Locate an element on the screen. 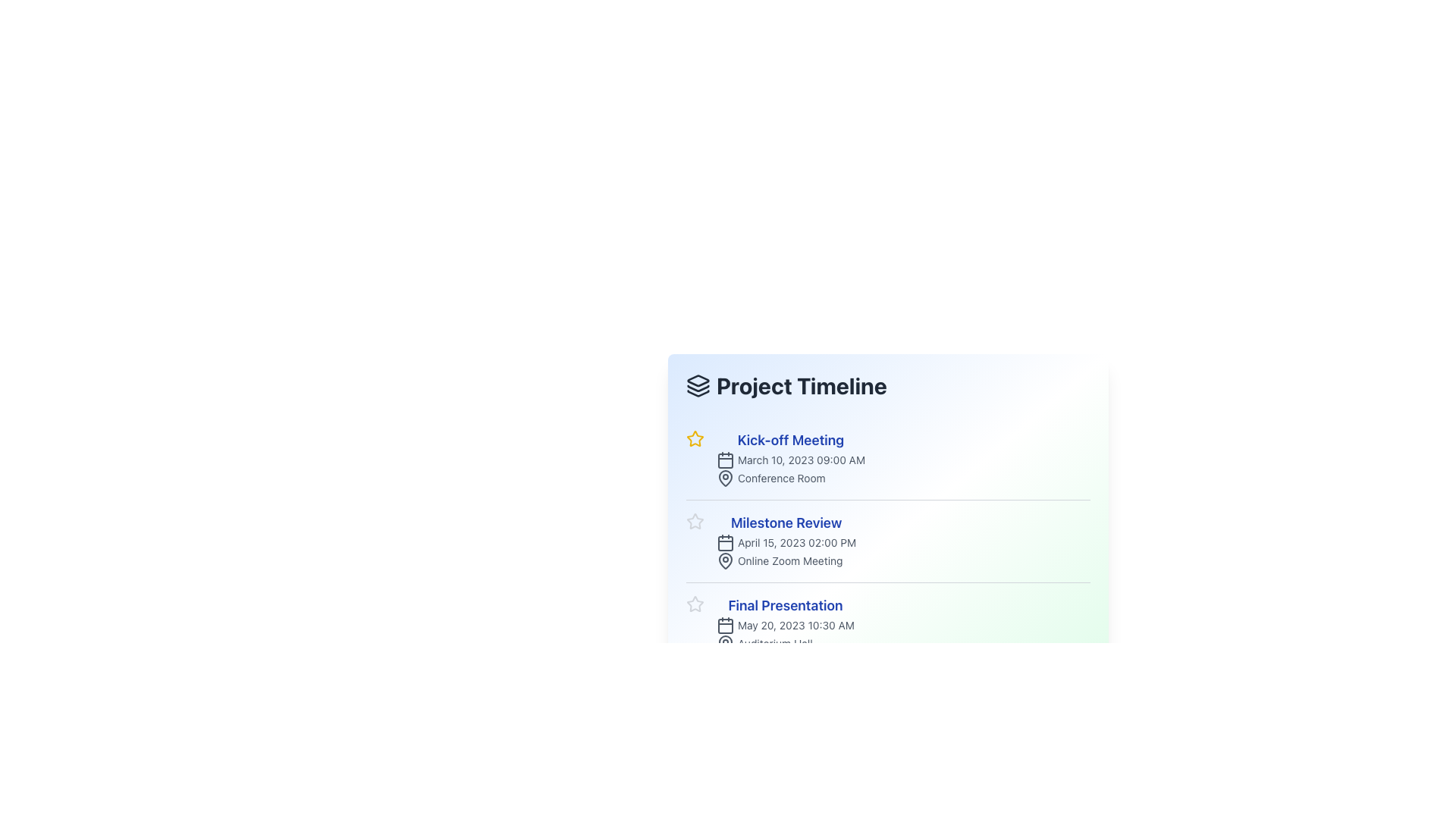  the informational text element indicating that the meeting will take place online via Zoom, located in the 'Milestone Review' section, specifically as the third line of text below the date and time information is located at coordinates (786, 561).